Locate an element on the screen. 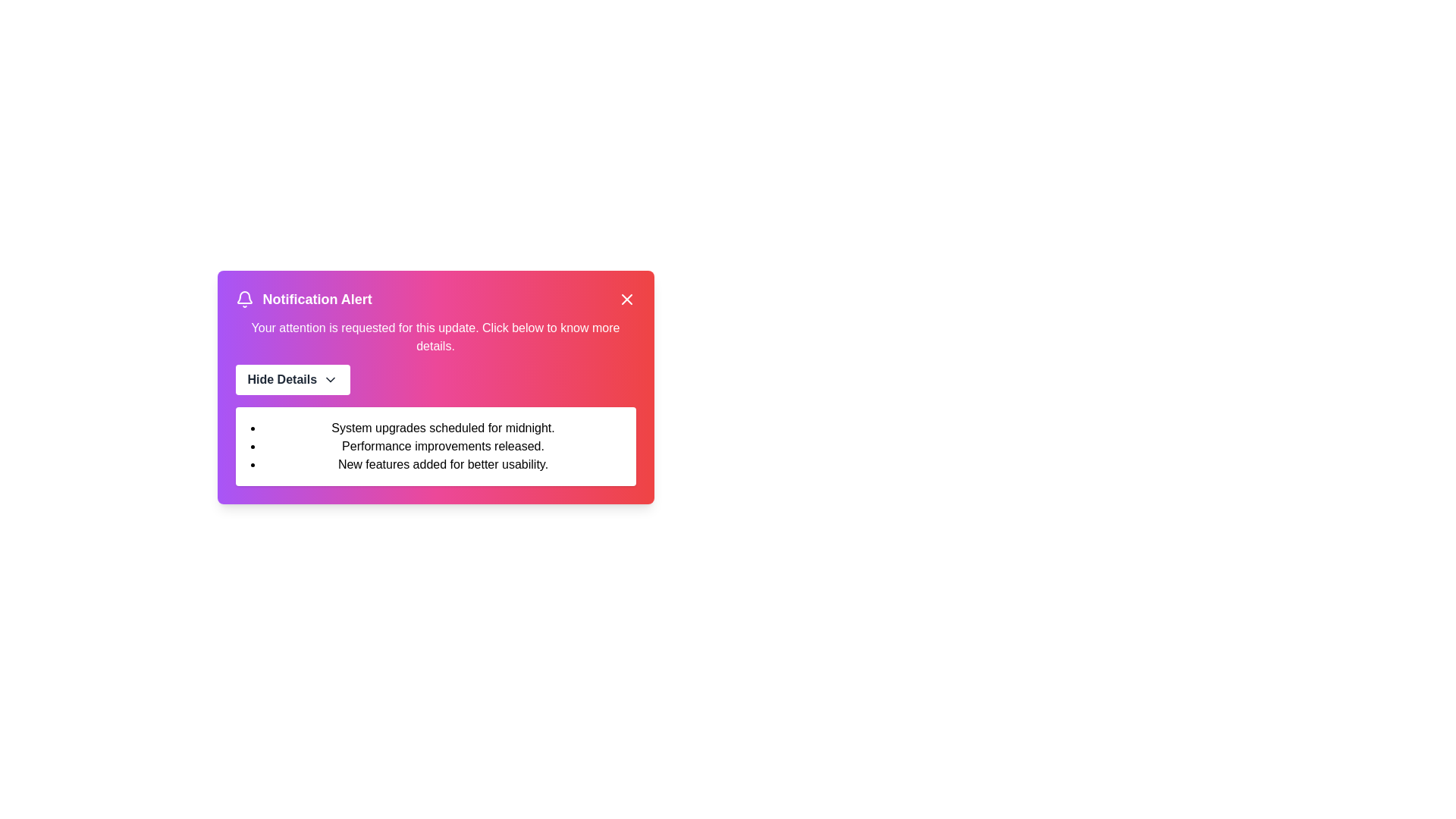 Image resolution: width=1456 pixels, height=819 pixels. the bell icon to trigger the associated interaction is located at coordinates (244, 299).